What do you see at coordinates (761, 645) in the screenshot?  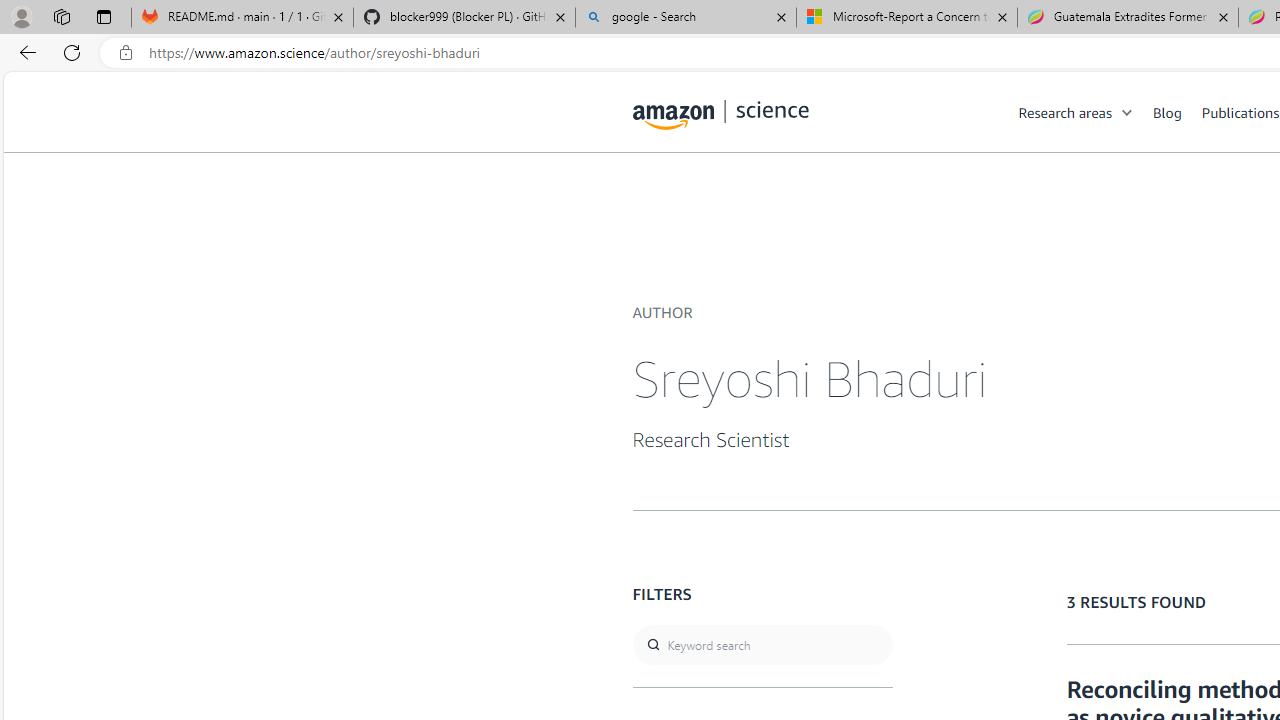 I see `'search'` at bounding box center [761, 645].